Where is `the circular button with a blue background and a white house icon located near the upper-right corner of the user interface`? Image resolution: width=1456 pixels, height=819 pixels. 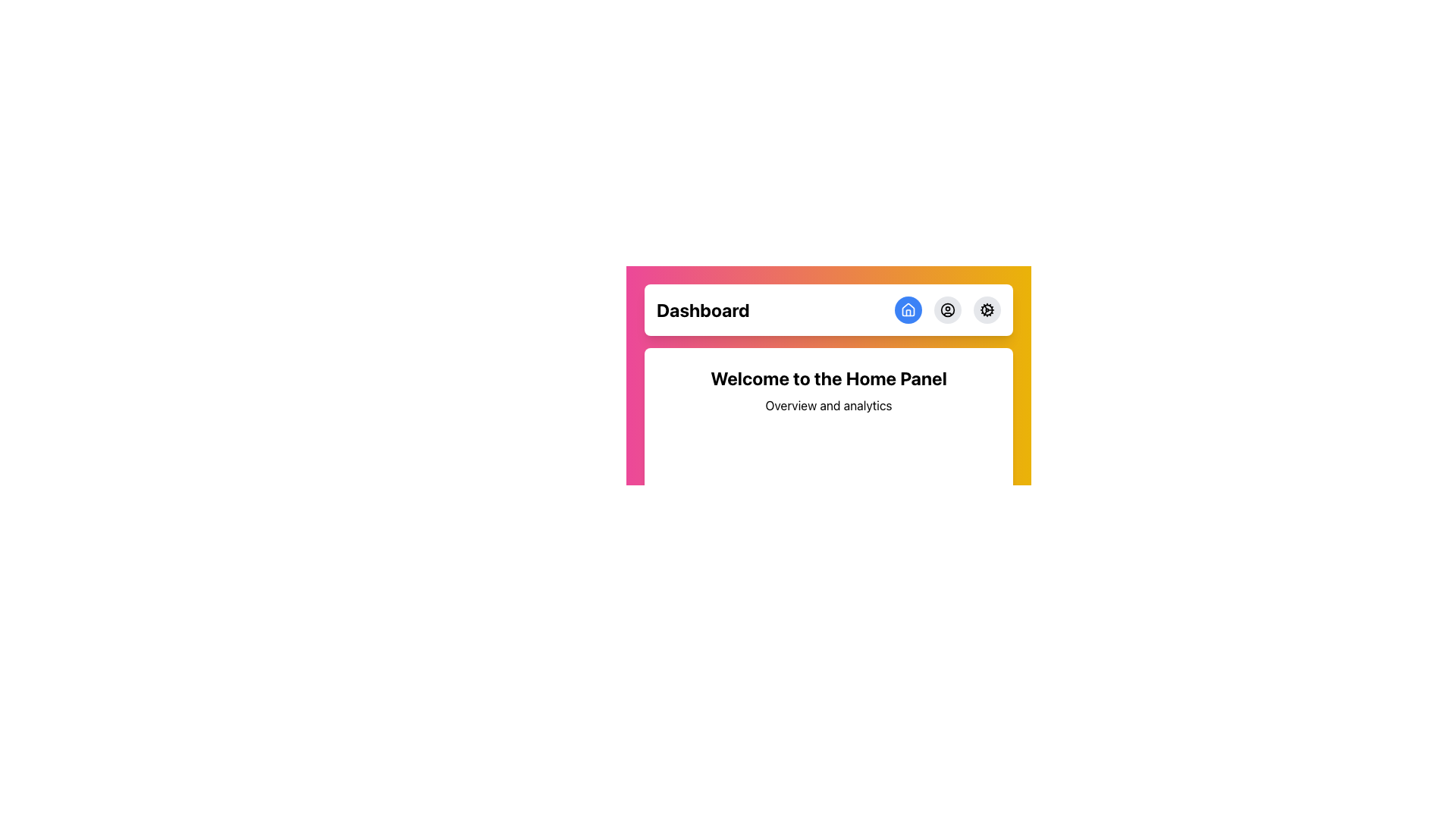 the circular button with a blue background and a white house icon located near the upper-right corner of the user interface is located at coordinates (908, 309).